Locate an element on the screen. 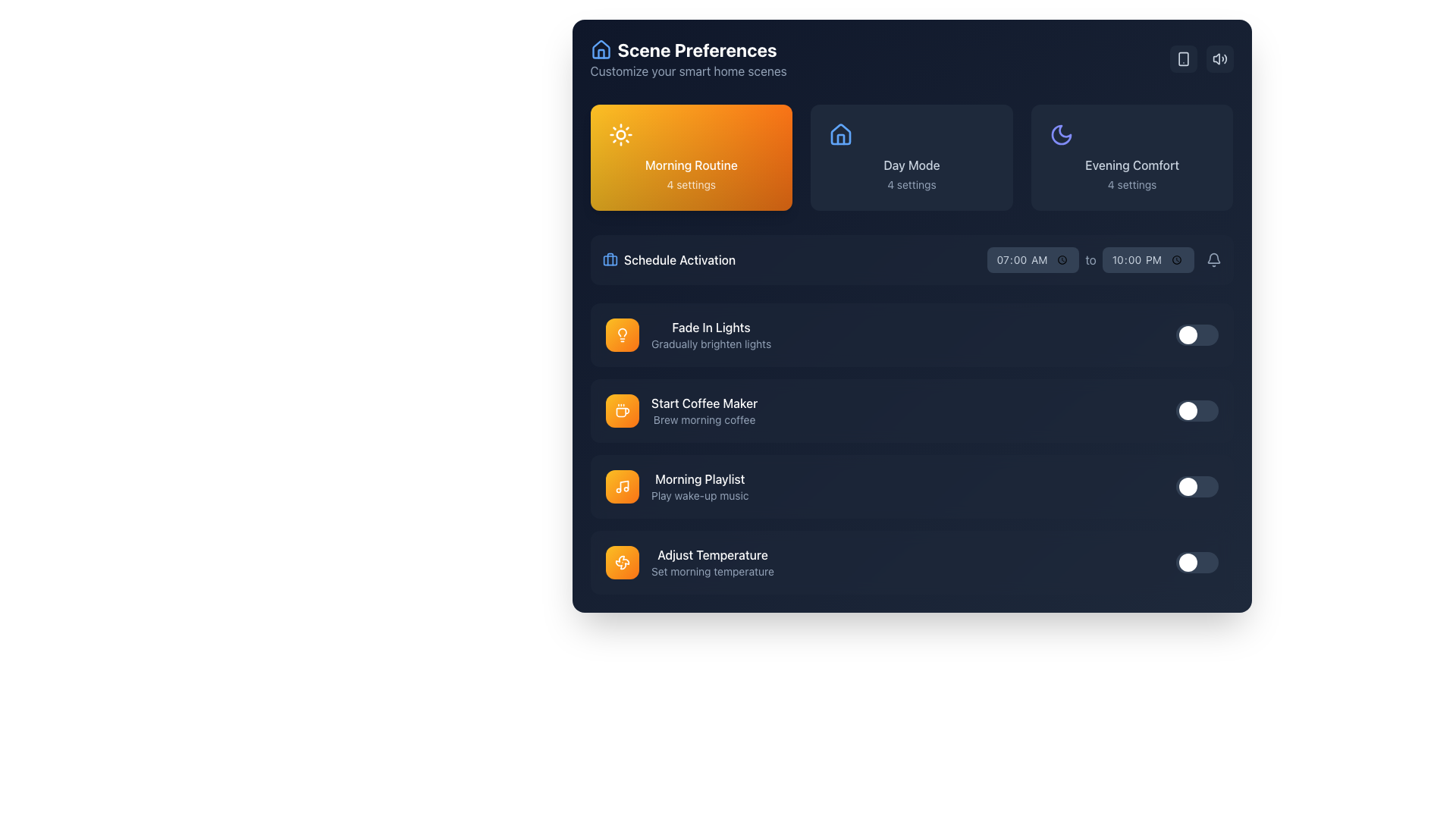 The width and height of the screenshot is (1456, 819). the audio settings button located in the top-right corner of the interface is located at coordinates (1219, 58).